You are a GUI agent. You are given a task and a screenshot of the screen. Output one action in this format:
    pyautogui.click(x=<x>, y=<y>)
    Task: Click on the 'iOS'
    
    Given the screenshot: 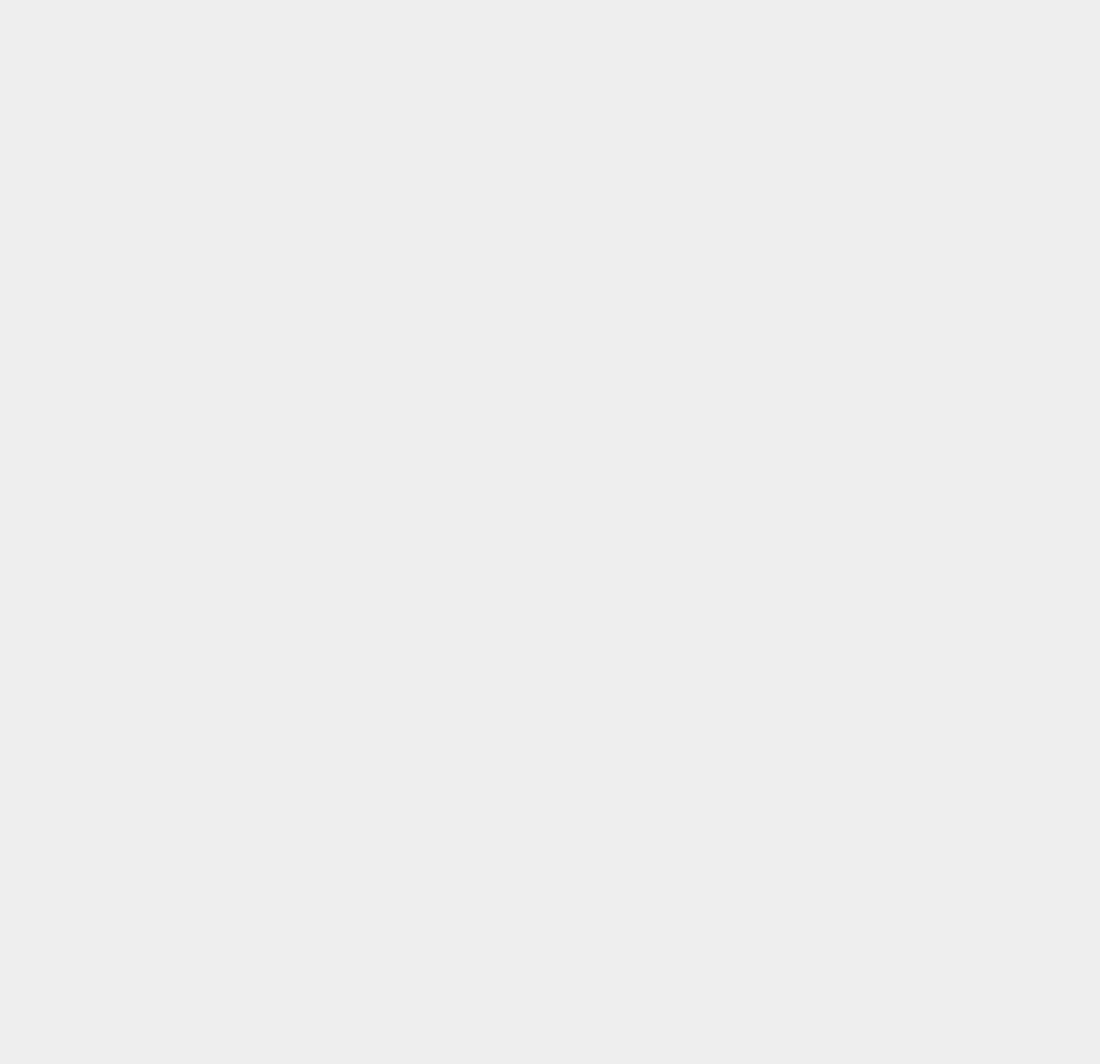 What is the action you would take?
    pyautogui.click(x=788, y=384)
    